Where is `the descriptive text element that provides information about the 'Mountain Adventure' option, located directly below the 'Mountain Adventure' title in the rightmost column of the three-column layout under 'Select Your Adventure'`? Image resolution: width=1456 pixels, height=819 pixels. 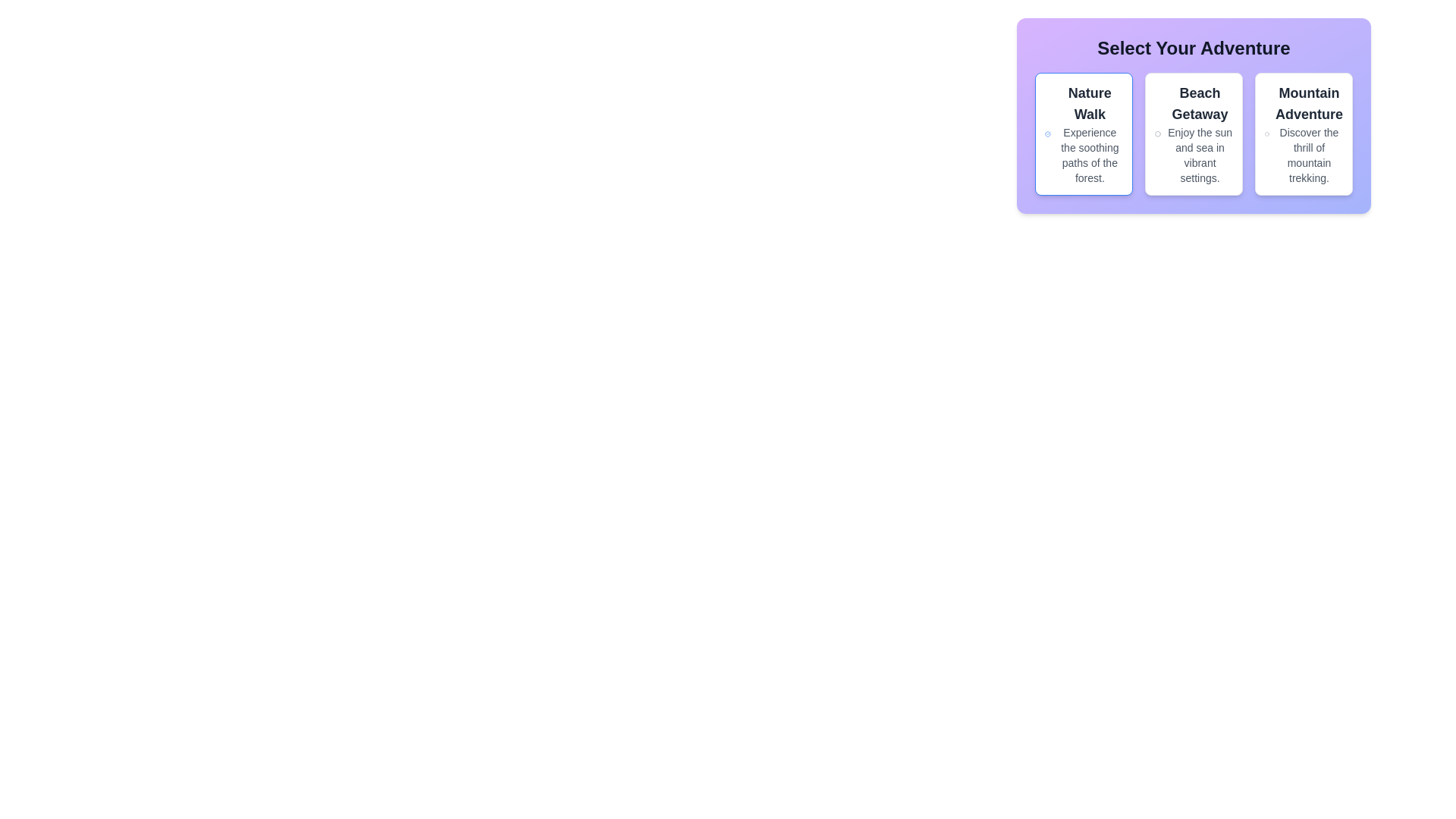 the descriptive text element that provides information about the 'Mountain Adventure' option, located directly below the 'Mountain Adventure' title in the rightmost column of the three-column layout under 'Select Your Adventure' is located at coordinates (1308, 155).